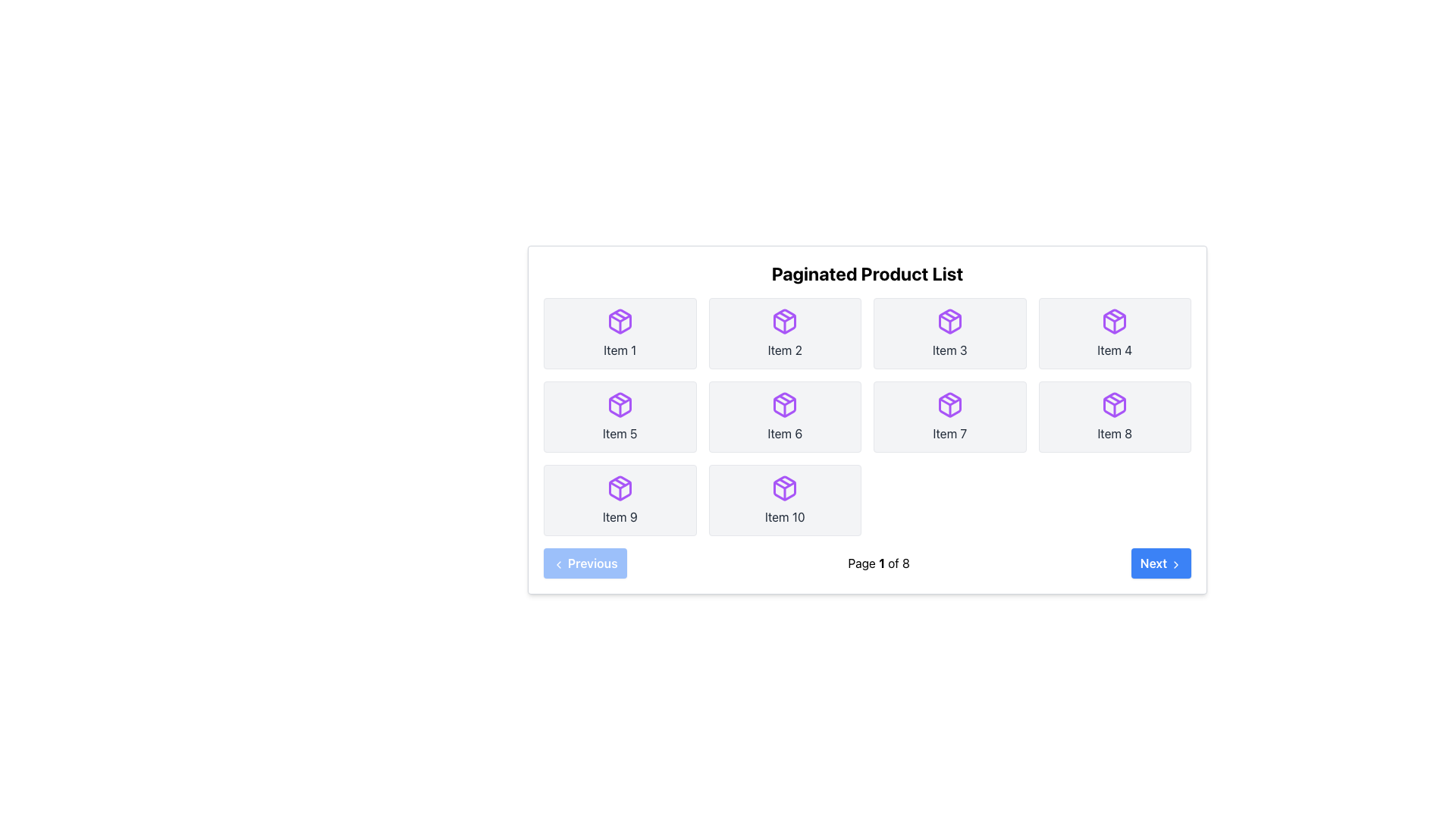 Image resolution: width=1456 pixels, height=819 pixels. What do you see at coordinates (1115, 318) in the screenshot?
I see `the Polygon SVG element that is part of the box icon located in the fourth cell of the first row in the product list grid` at bounding box center [1115, 318].